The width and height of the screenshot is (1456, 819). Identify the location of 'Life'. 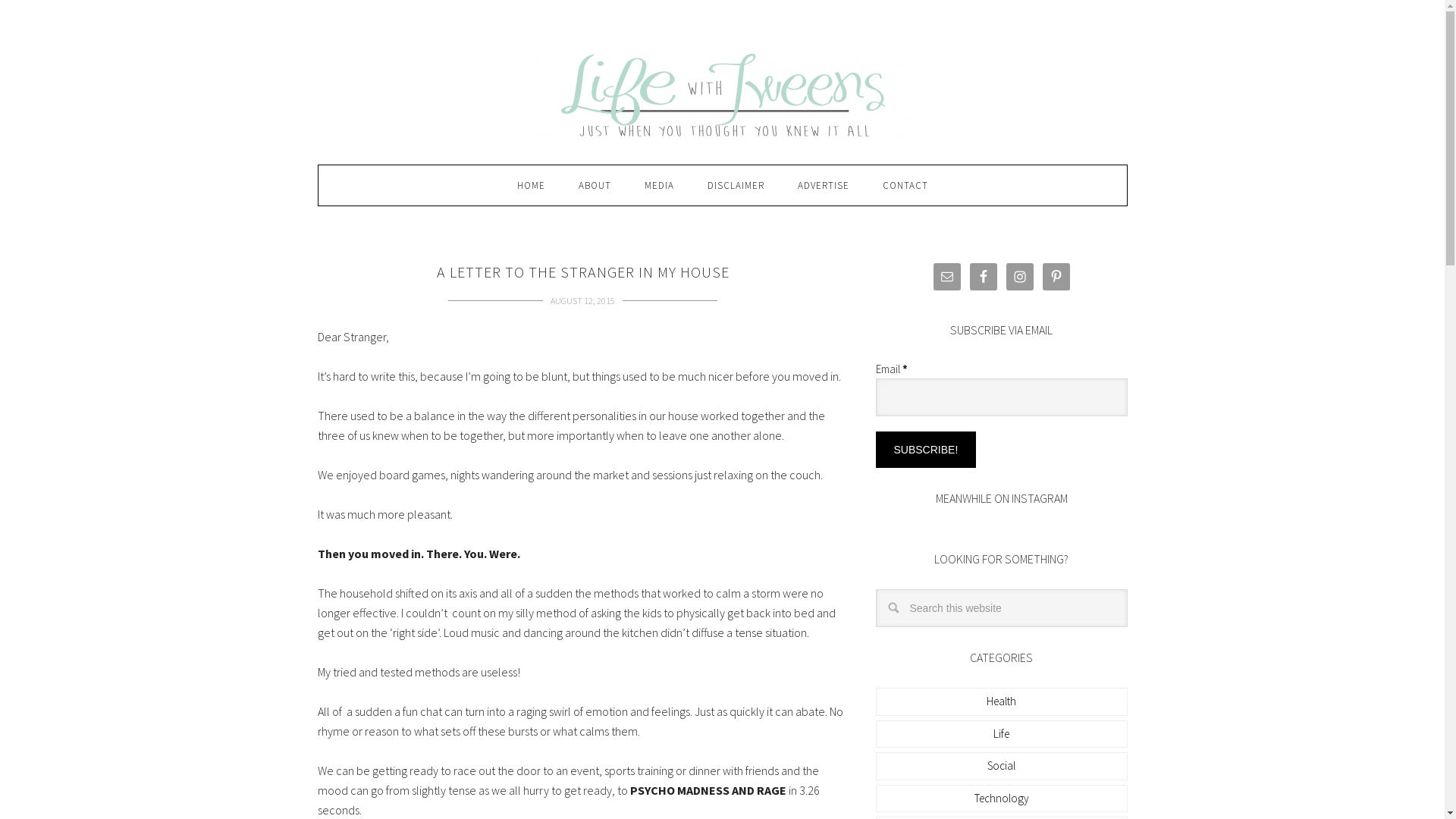
(1001, 733).